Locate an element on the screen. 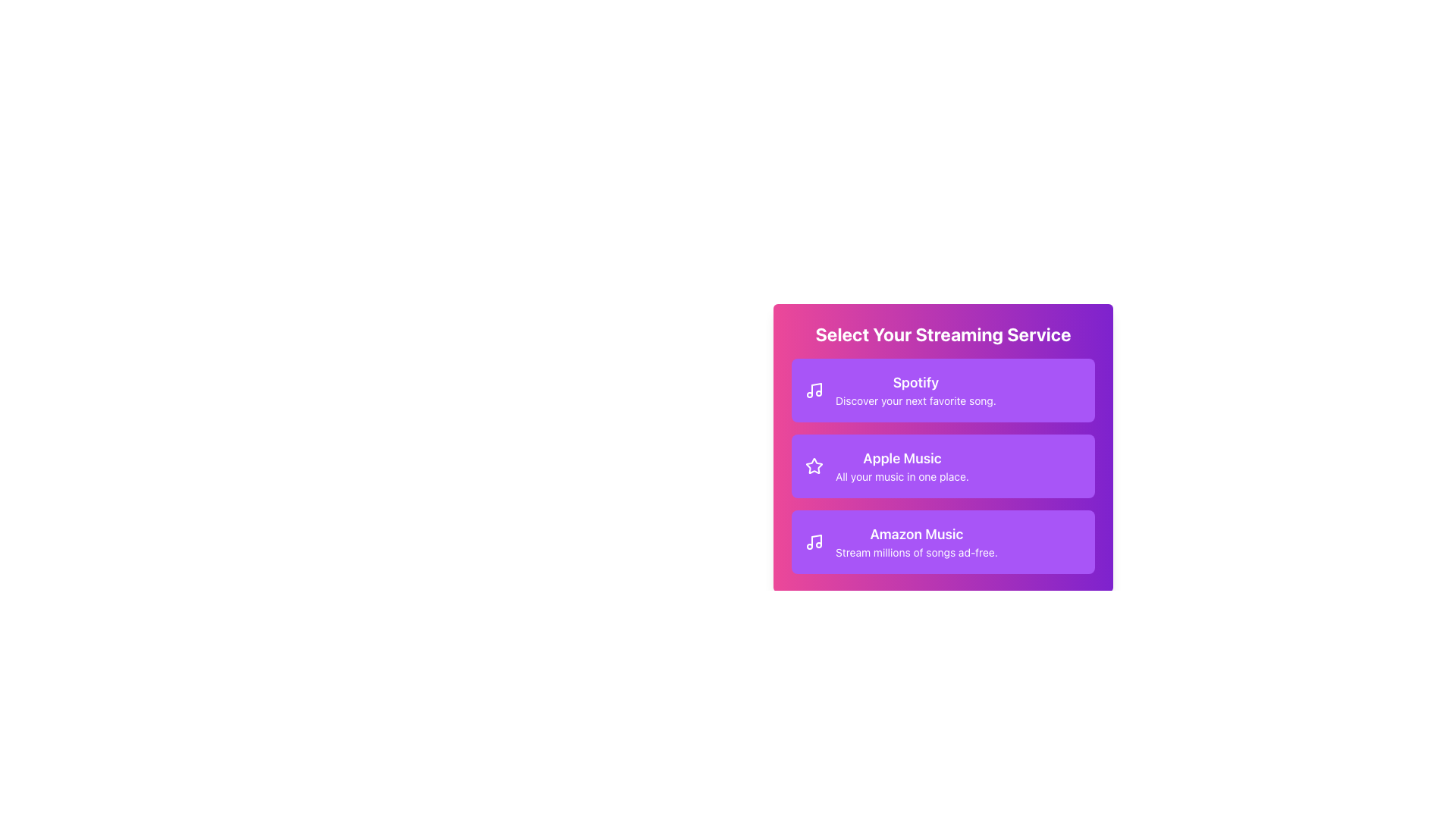 The height and width of the screenshot is (819, 1456). the star icon with a purple fill and pink outline, located in the 'Apple Music' button under 'Select Your Streaming Service.' is located at coordinates (814, 465).